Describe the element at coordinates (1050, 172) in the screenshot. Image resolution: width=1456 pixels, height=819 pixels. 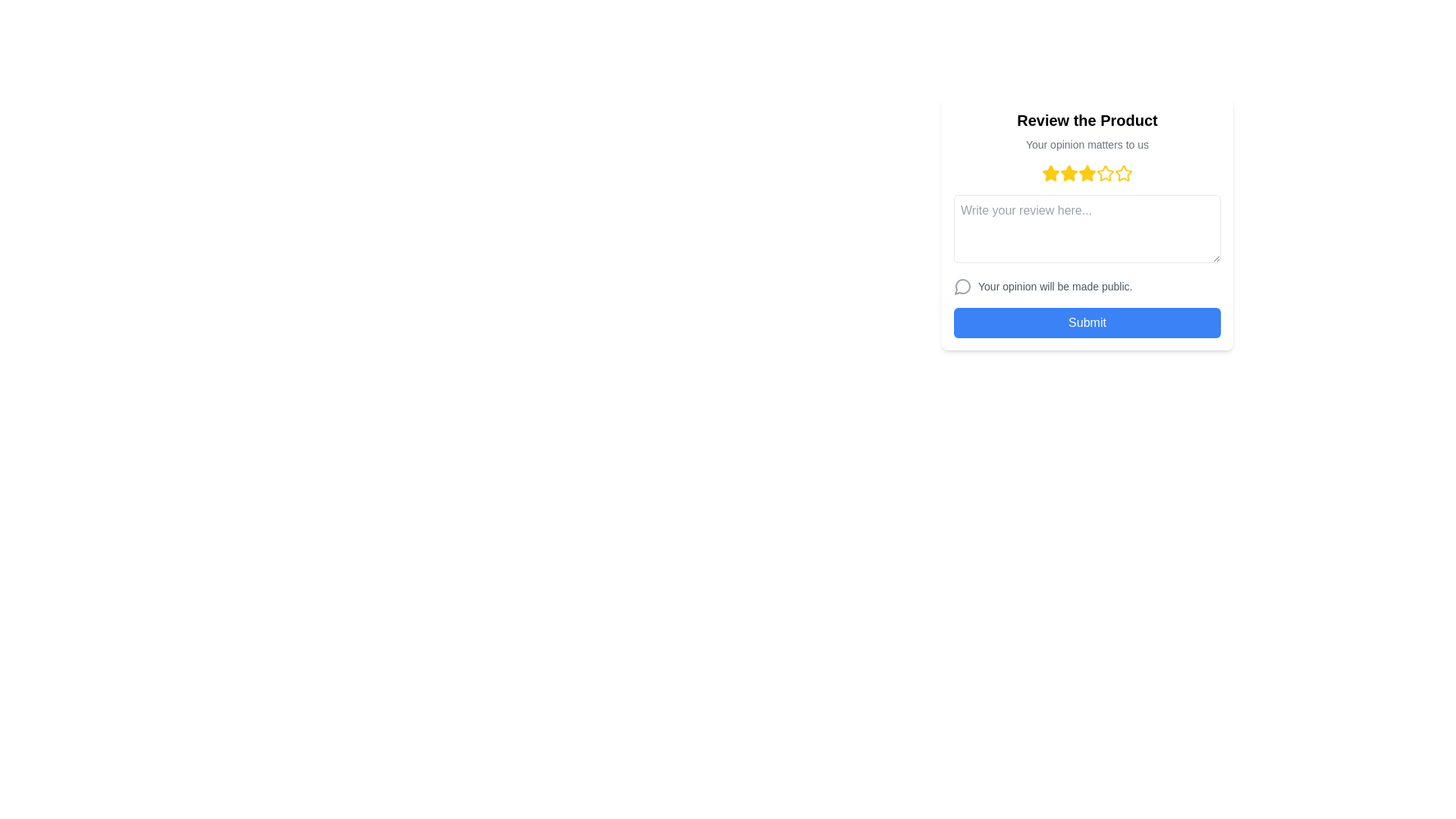
I see `the first rating star in the 1-to-5 star system located in the top-center area of the review interface` at that location.